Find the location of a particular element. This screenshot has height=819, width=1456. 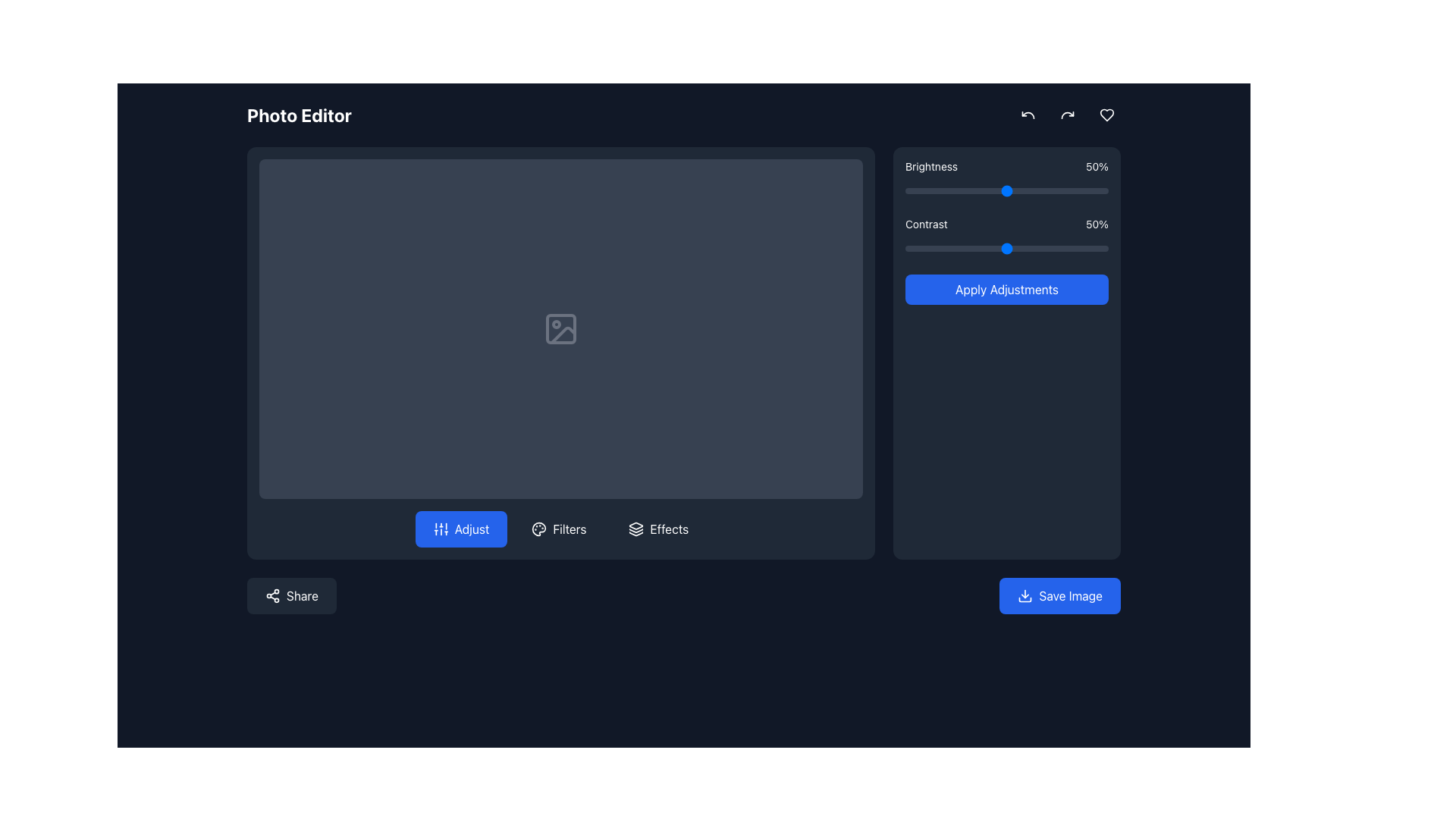

the rectangular button labeled 'Apply Adjustments' with a solid blue background, positioned below the Brightness and Contrast sliders in the right-hand panel is located at coordinates (1007, 289).